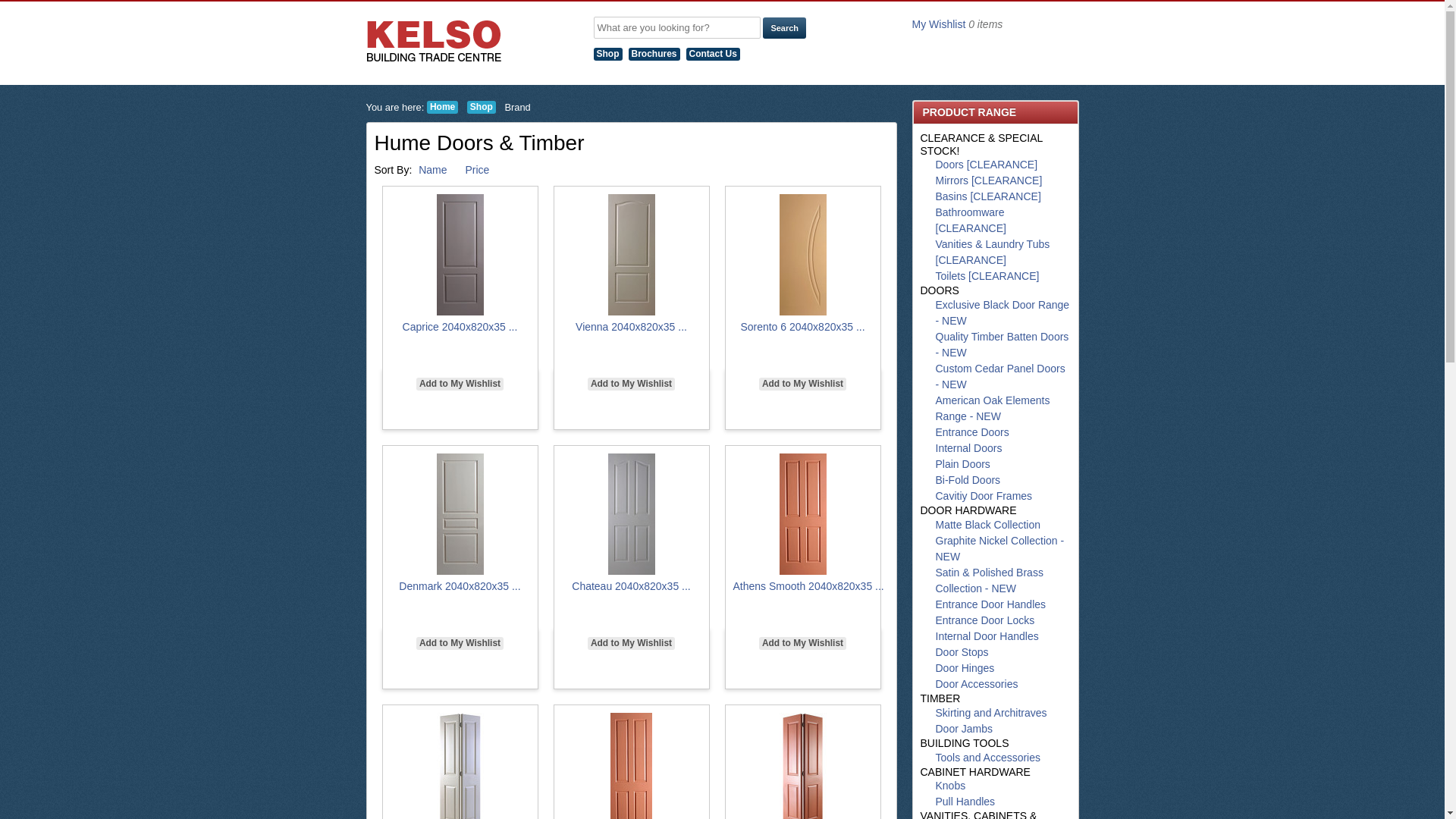  Describe the element at coordinates (432, 40) in the screenshot. I see `'Kelso Building Trade Centre'` at that location.